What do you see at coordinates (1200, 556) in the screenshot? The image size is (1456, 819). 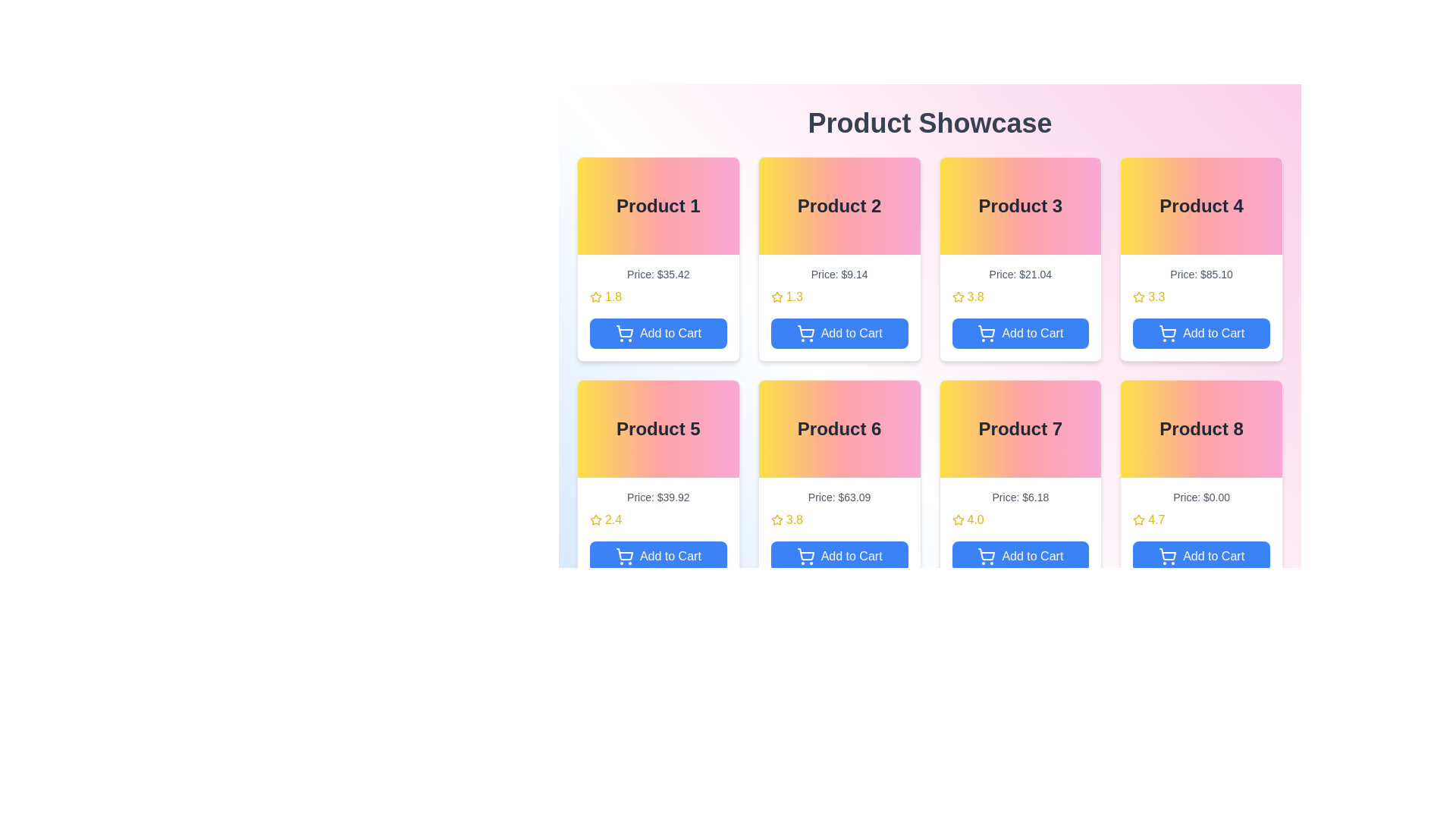 I see `the 'Add to Cart' button located below the star rating '4.7', which is the eighth instance of this button in the visible grid layout` at bounding box center [1200, 556].